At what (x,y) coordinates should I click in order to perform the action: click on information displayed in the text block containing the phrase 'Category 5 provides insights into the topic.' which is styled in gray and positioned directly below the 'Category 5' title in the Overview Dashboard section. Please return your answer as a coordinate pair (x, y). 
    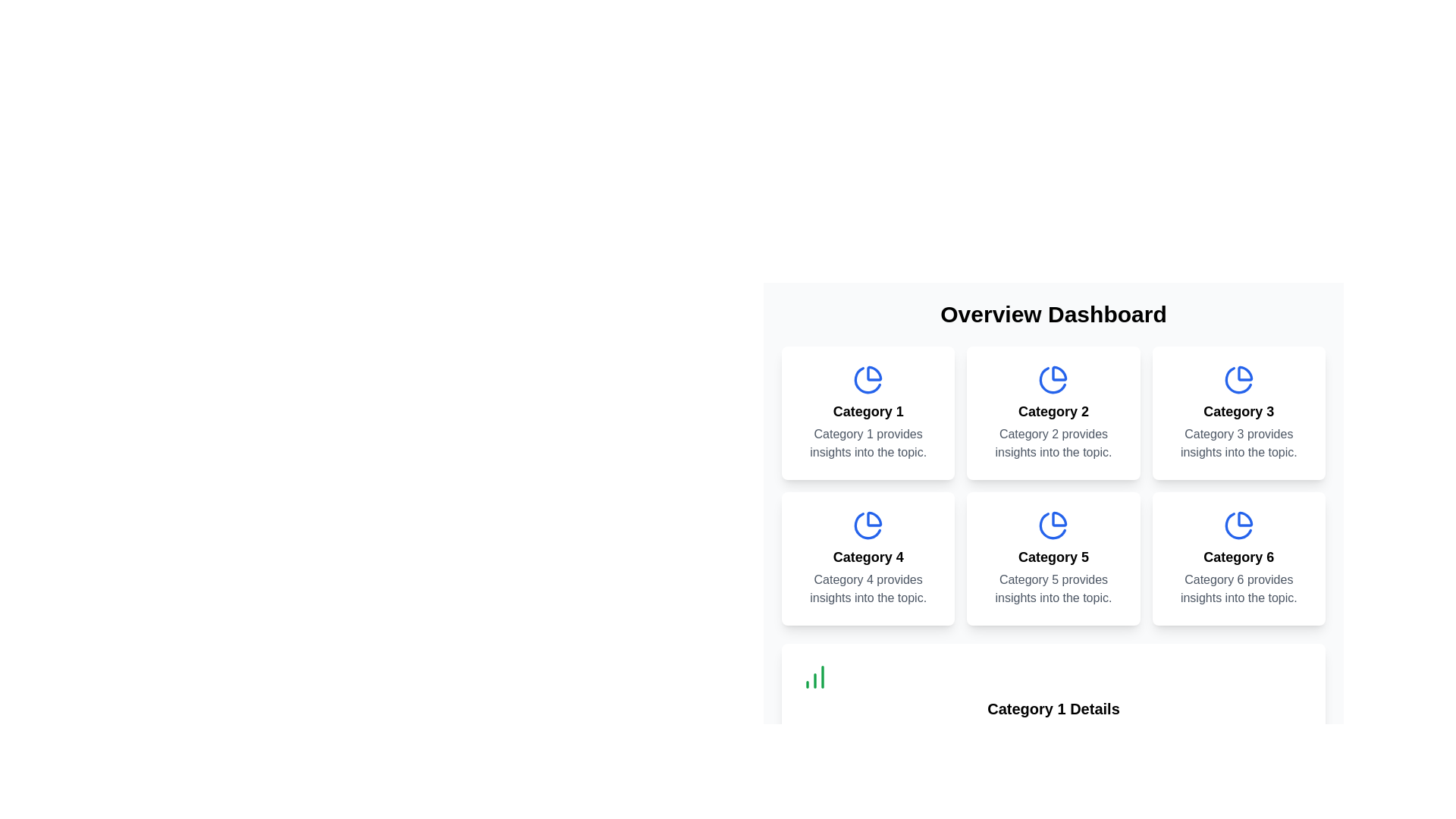
    Looking at the image, I should click on (1053, 588).